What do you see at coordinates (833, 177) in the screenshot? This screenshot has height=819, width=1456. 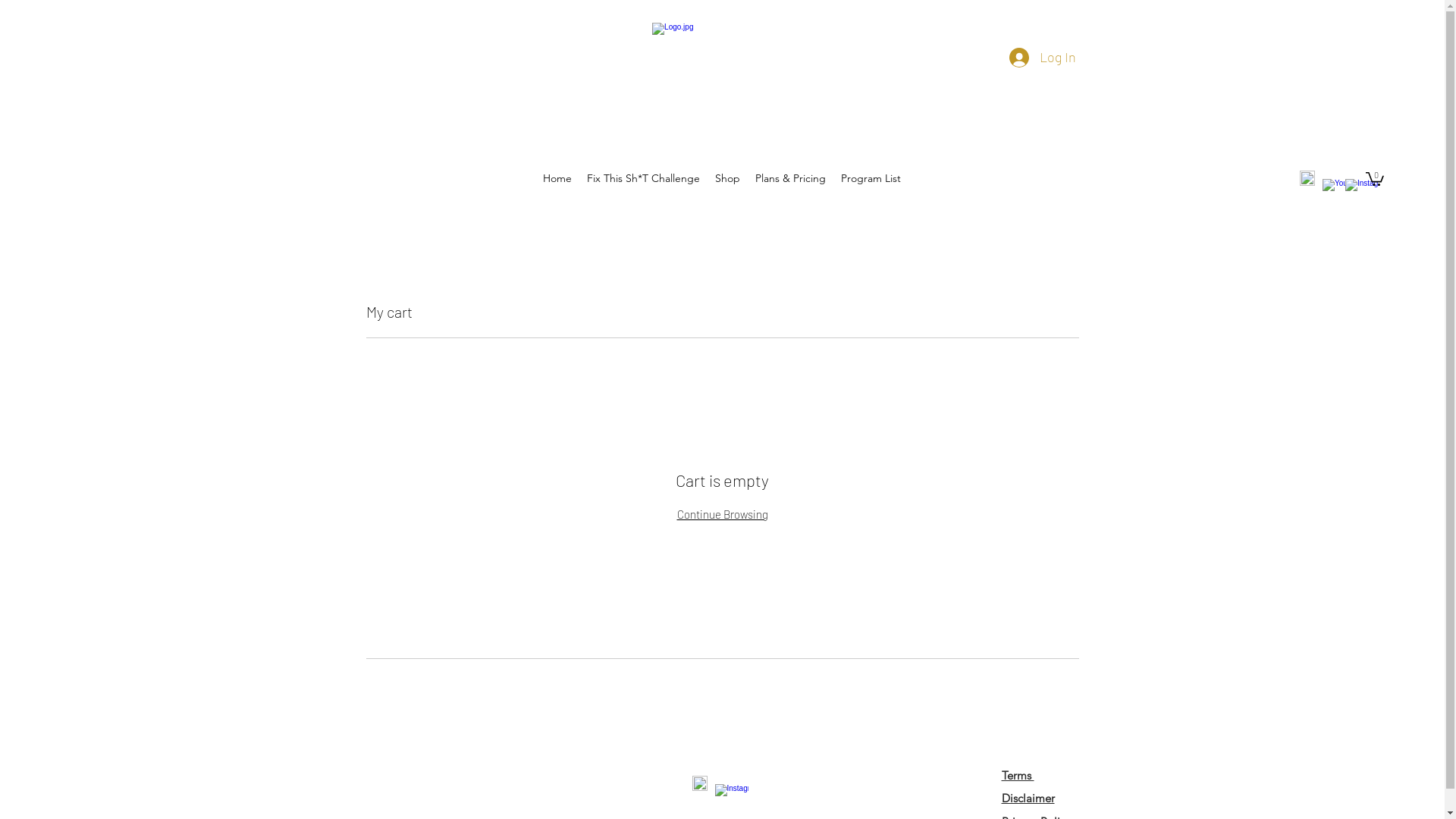 I see `'Program List'` at bounding box center [833, 177].